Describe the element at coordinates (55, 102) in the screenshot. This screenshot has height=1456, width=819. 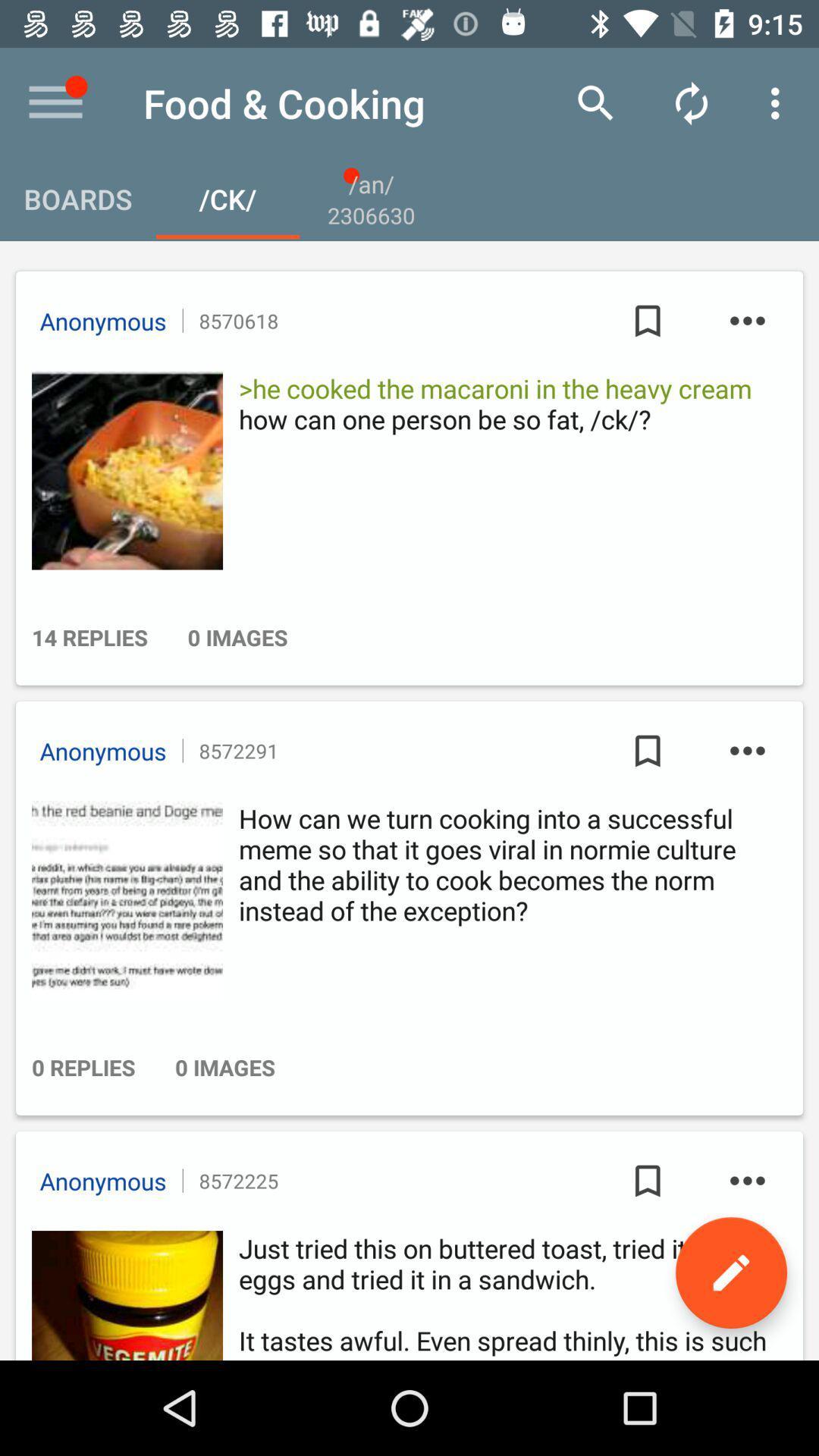
I see `access menu` at that location.